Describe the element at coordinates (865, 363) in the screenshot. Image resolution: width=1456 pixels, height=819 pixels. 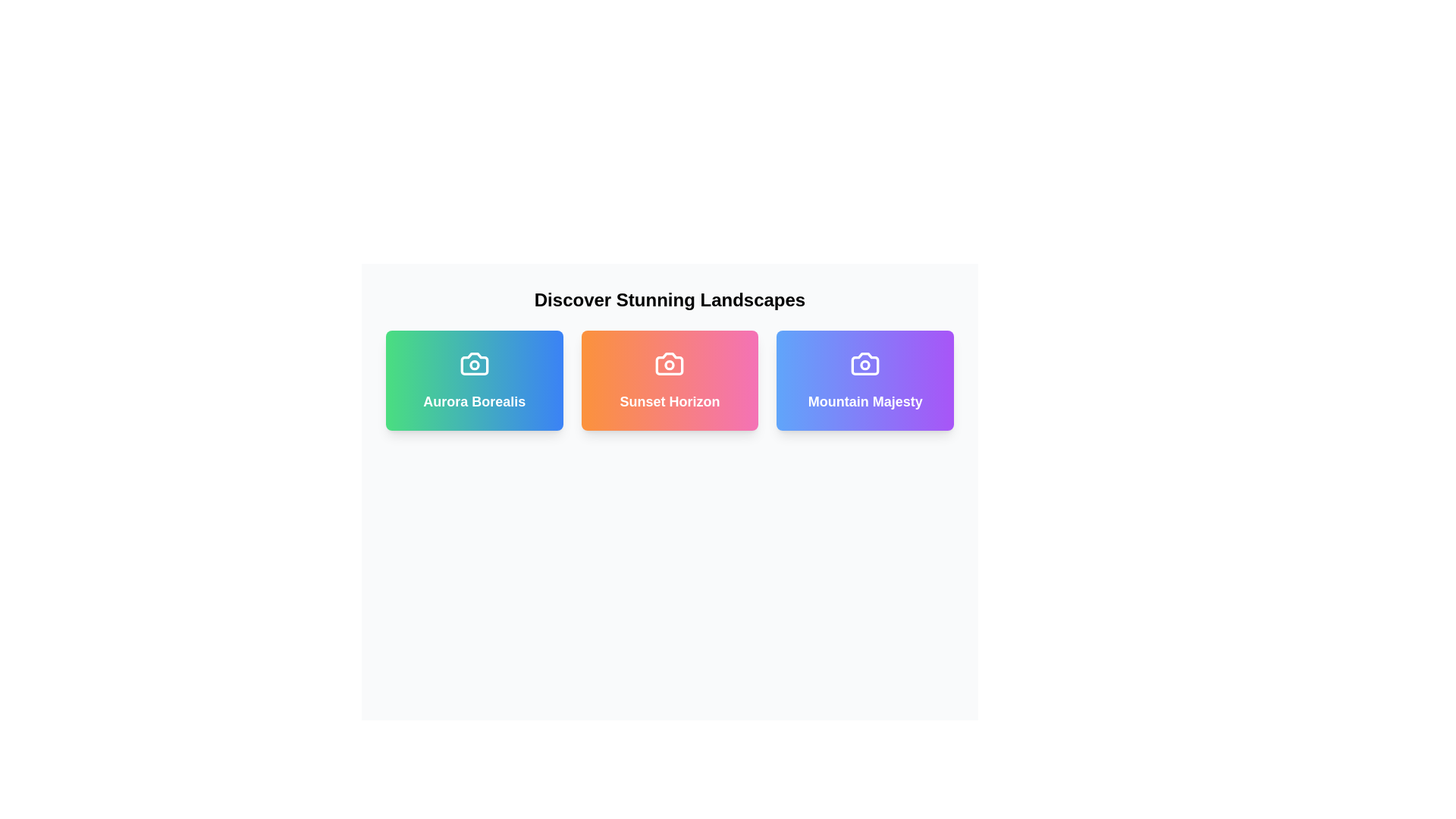
I see `the photography icon located at the top-center of the 'Mountain Majesty' card, positioned above the title text` at that location.